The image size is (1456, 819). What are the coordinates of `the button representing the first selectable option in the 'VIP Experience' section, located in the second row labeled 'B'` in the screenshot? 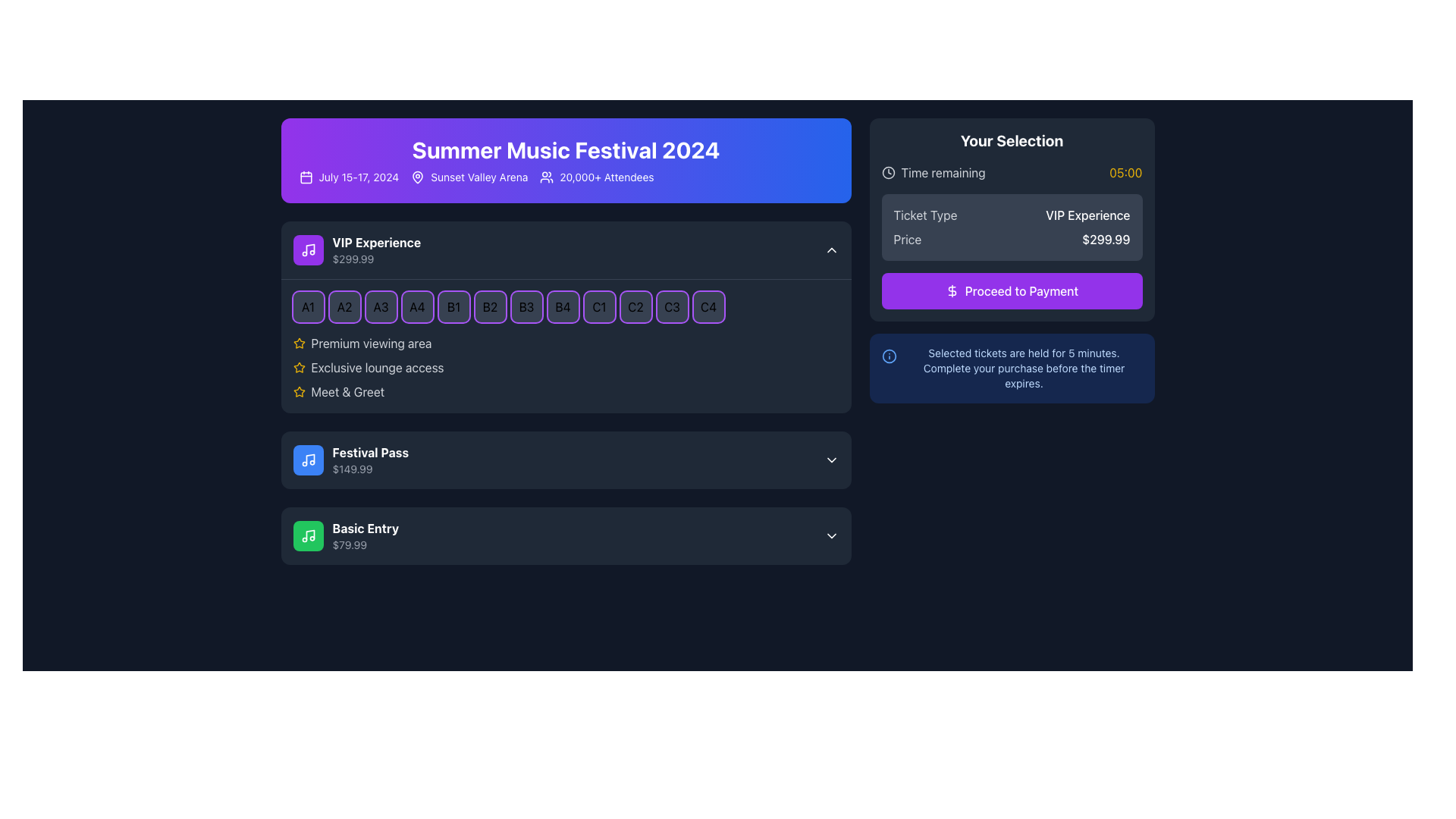 It's located at (453, 307).